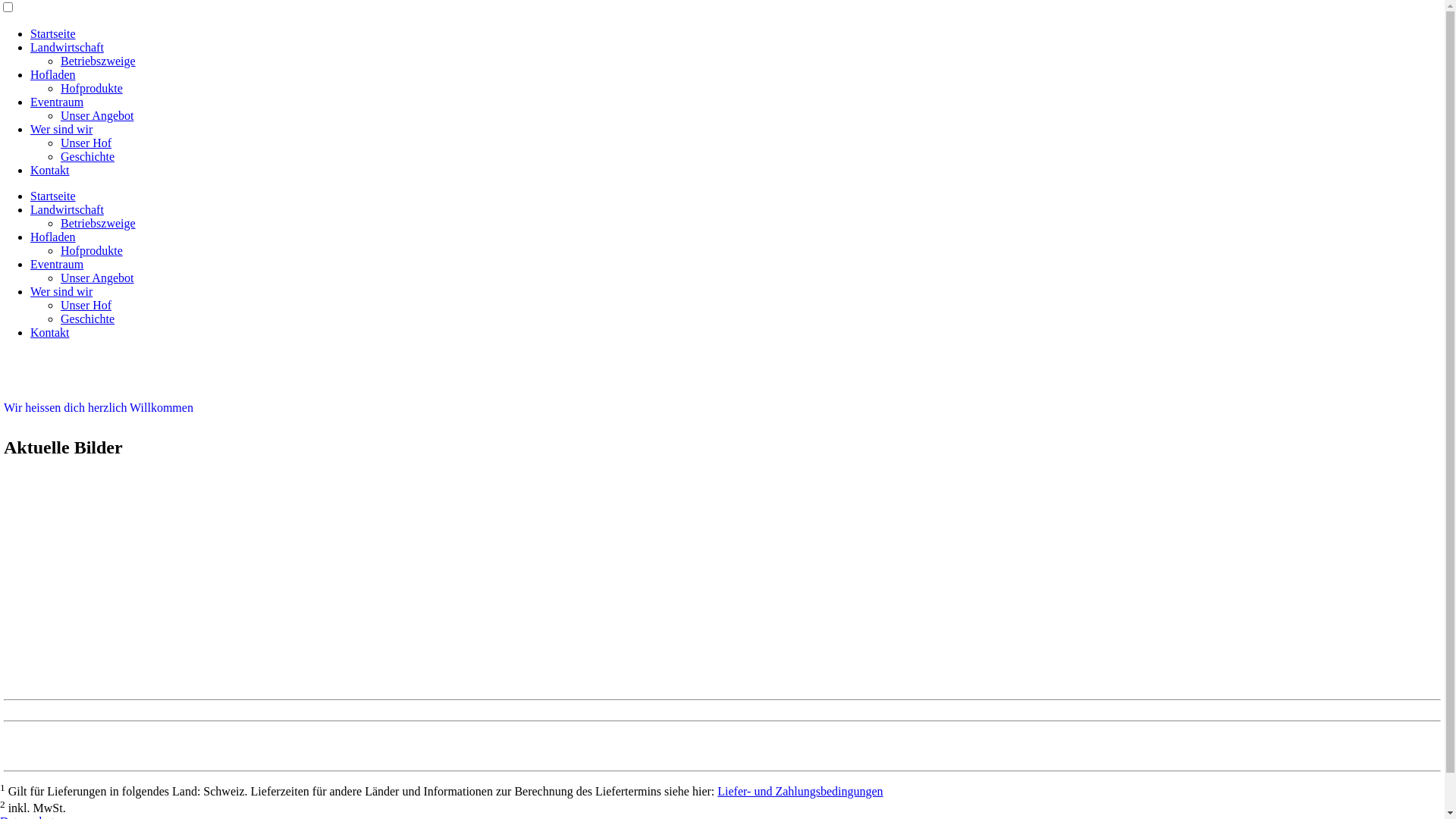  I want to click on 'Unser Hof', so click(61, 143).